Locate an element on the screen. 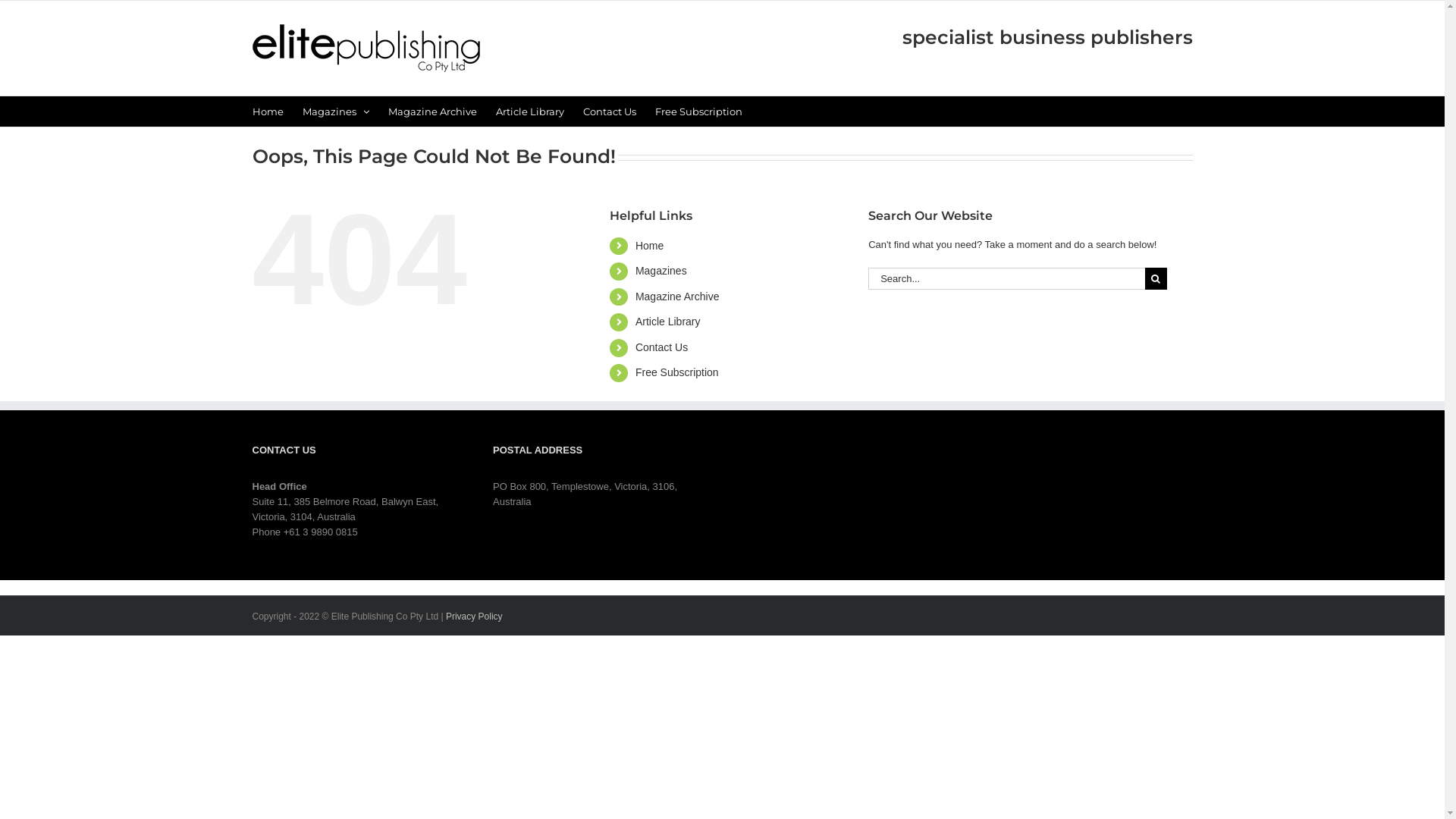  'Magazine Archive' is located at coordinates (676, 296).